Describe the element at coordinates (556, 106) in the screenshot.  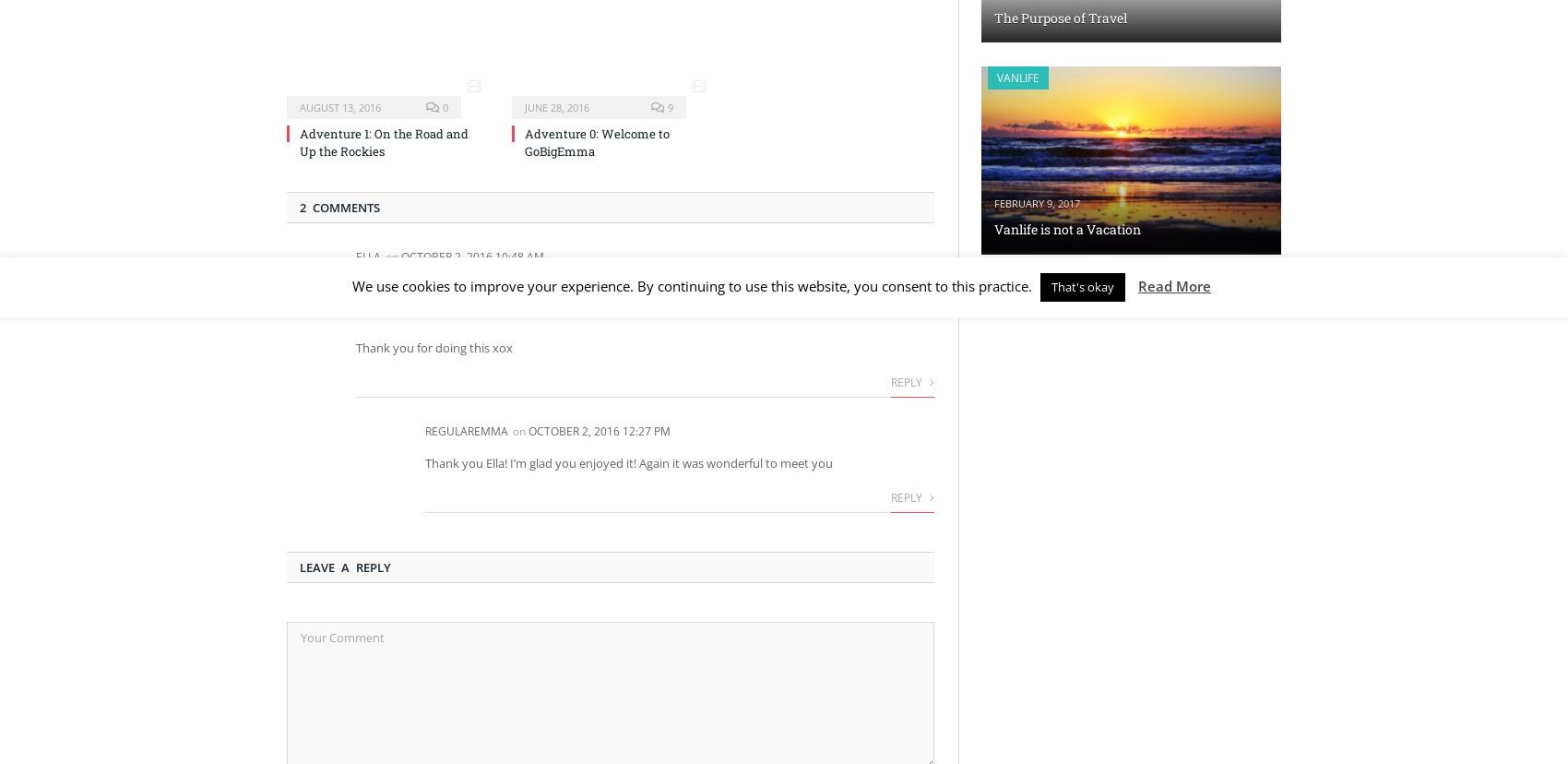
I see `'June 28, 2016'` at that location.